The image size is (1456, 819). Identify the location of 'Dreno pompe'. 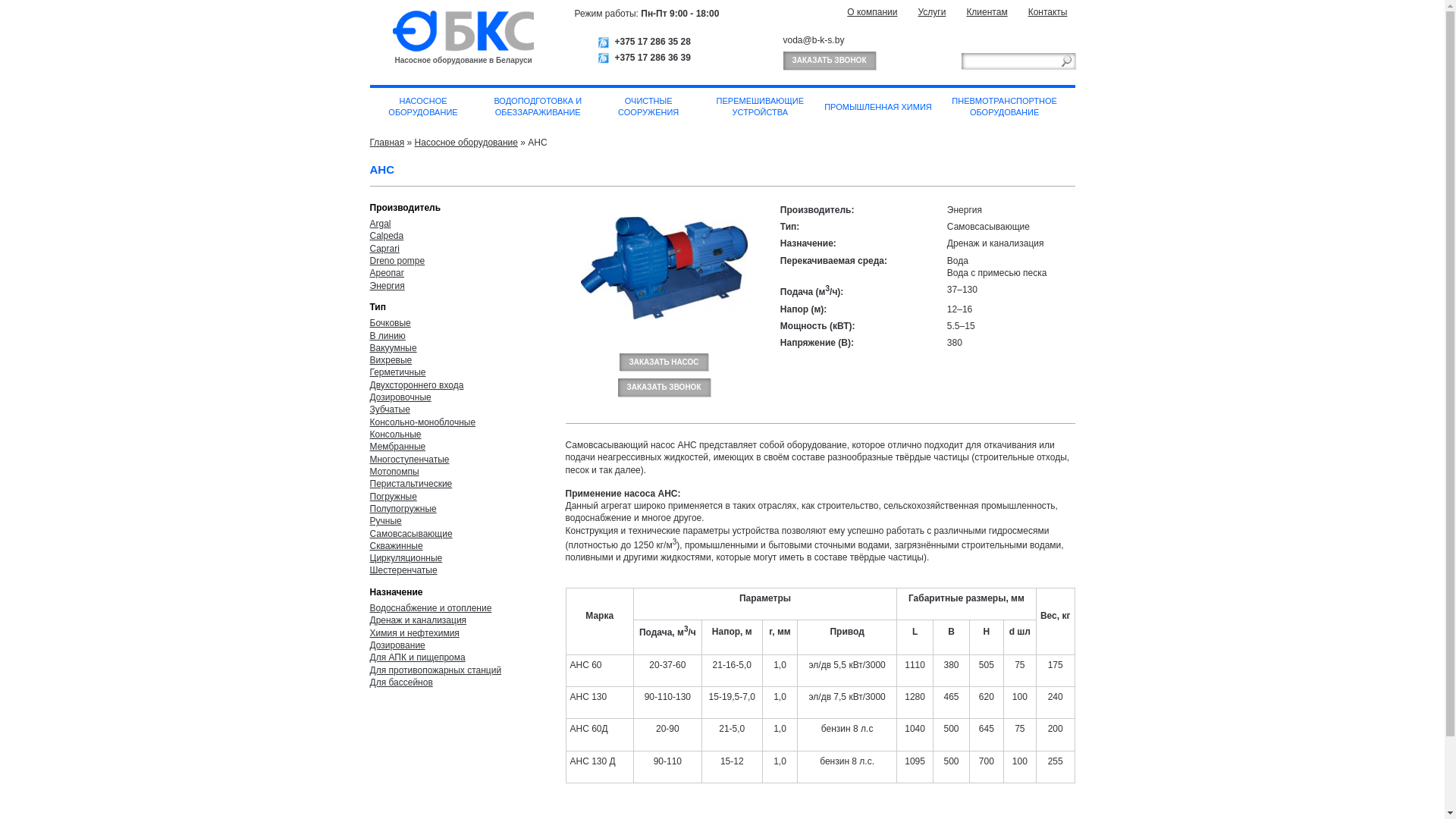
(397, 259).